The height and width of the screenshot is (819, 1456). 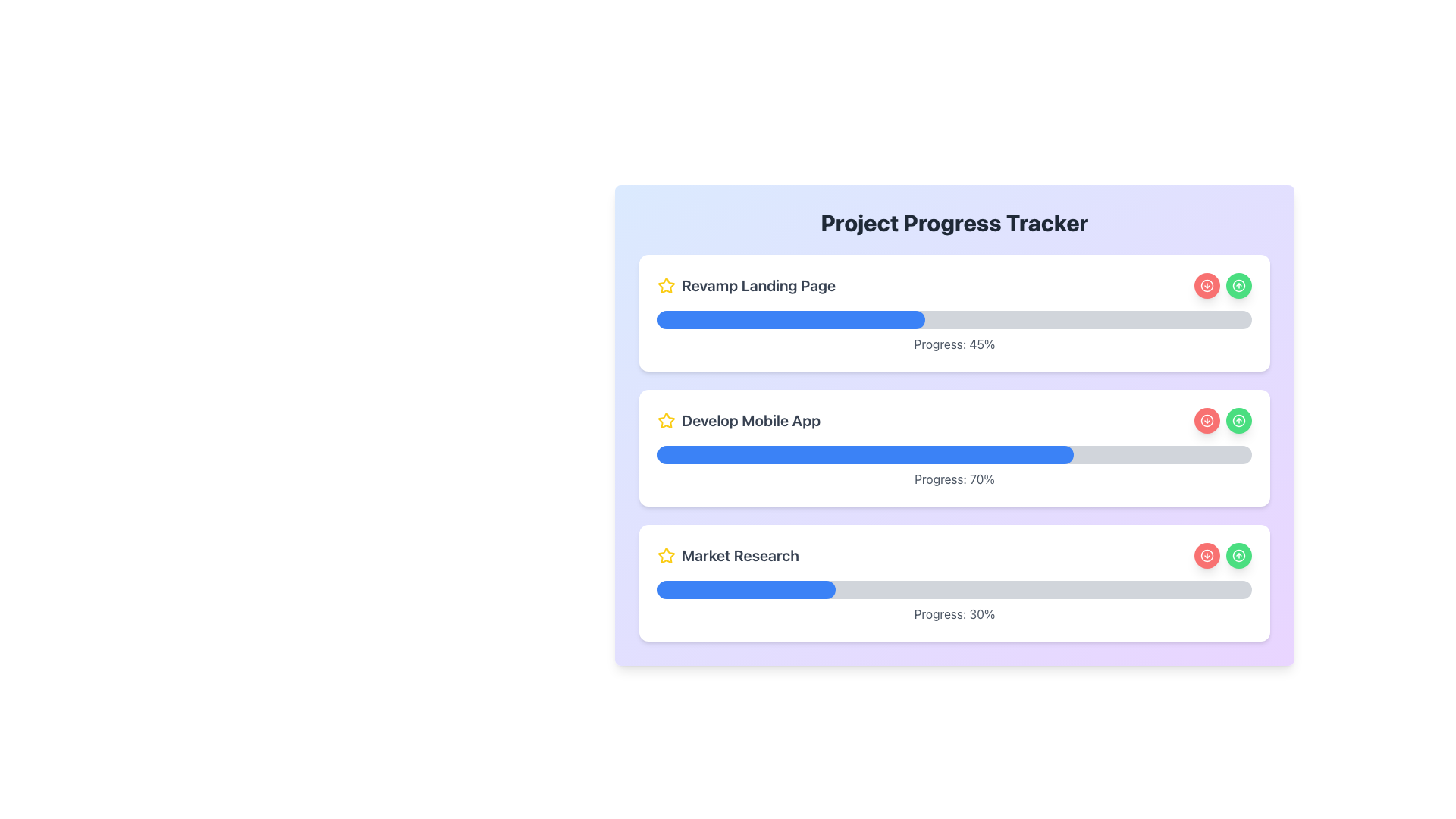 I want to click on the text label 'Develop Mobile App' in the project task list, so click(x=739, y=421).